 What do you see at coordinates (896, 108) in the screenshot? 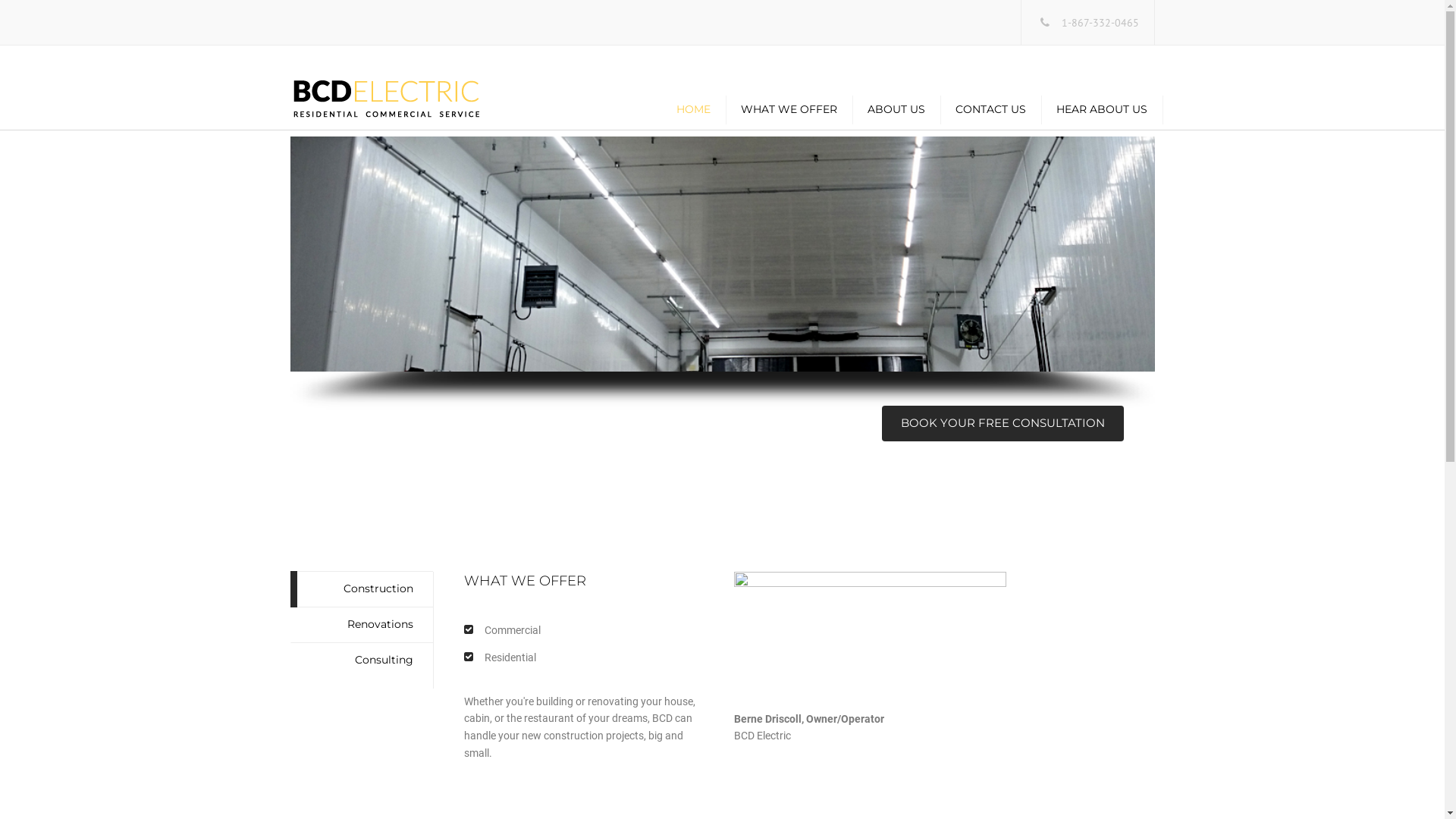
I see `'ABOUT US'` at bounding box center [896, 108].